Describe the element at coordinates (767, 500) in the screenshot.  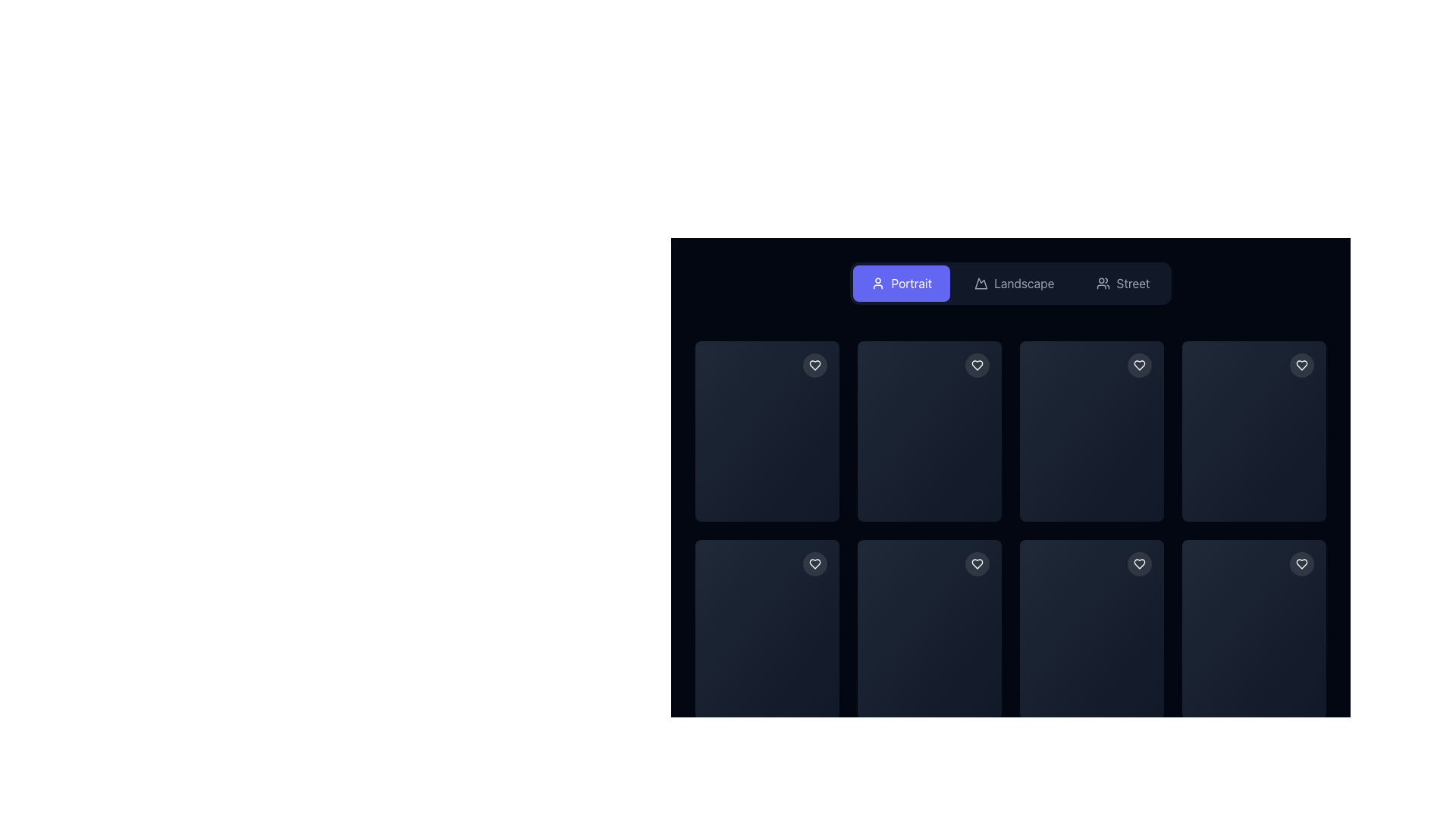
I see `the Composite textual and graphical display component located within the 'Portrait Shot 1' card, positioned at the lower part of the card` at that location.